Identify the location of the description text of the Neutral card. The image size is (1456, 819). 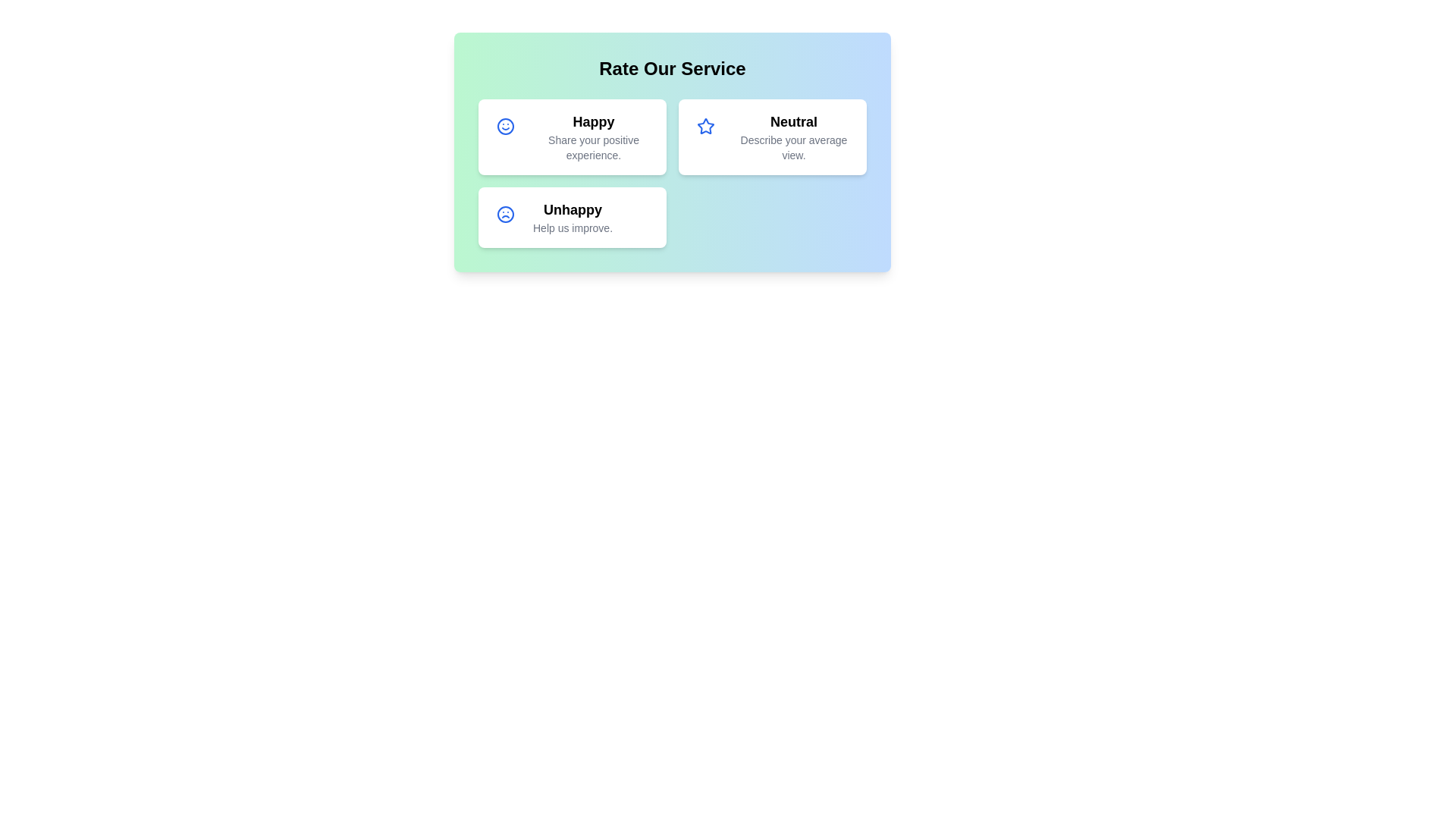
(792, 148).